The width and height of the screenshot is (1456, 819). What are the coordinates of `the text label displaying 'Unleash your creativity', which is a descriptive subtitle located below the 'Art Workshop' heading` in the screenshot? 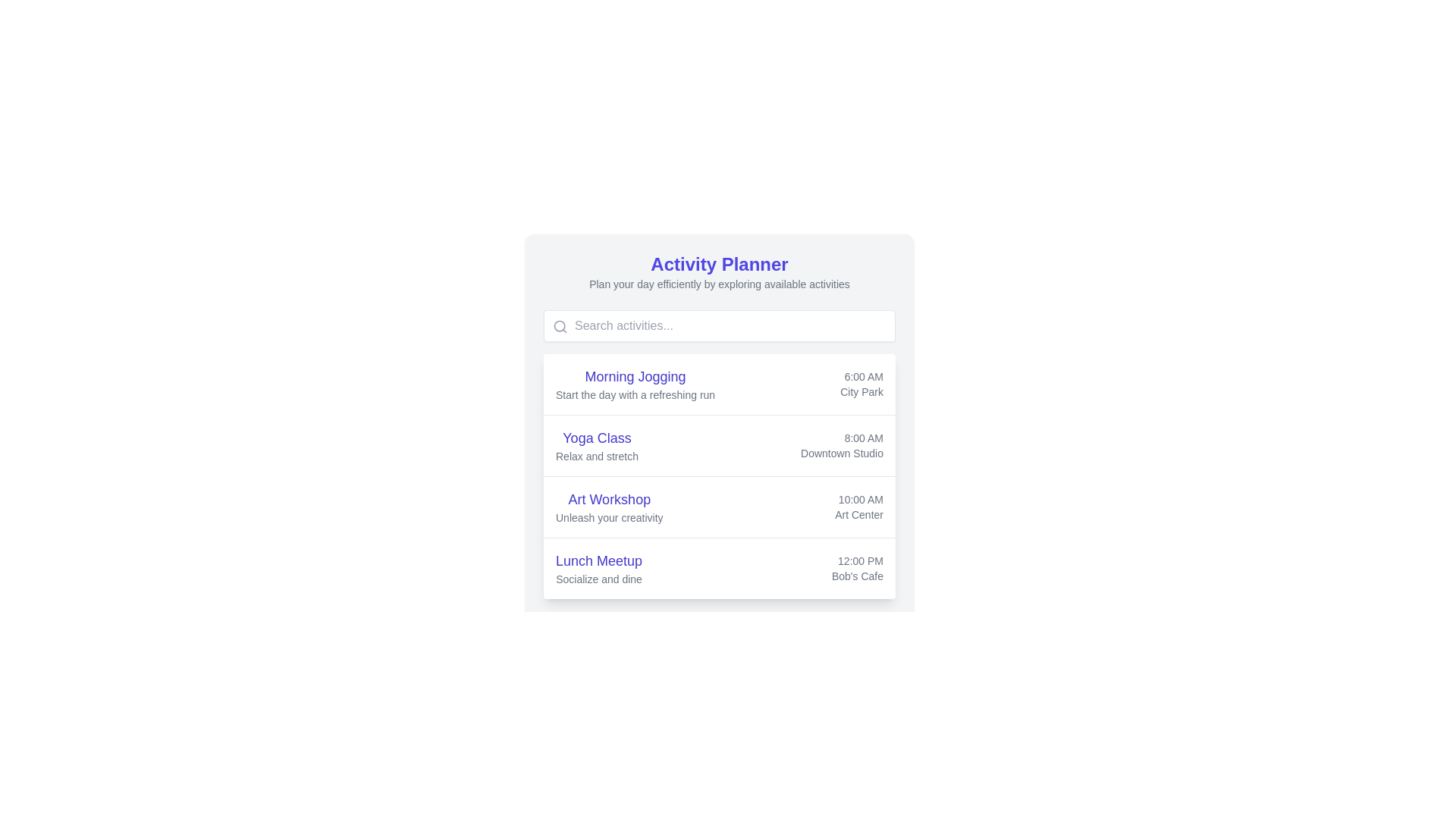 It's located at (609, 516).